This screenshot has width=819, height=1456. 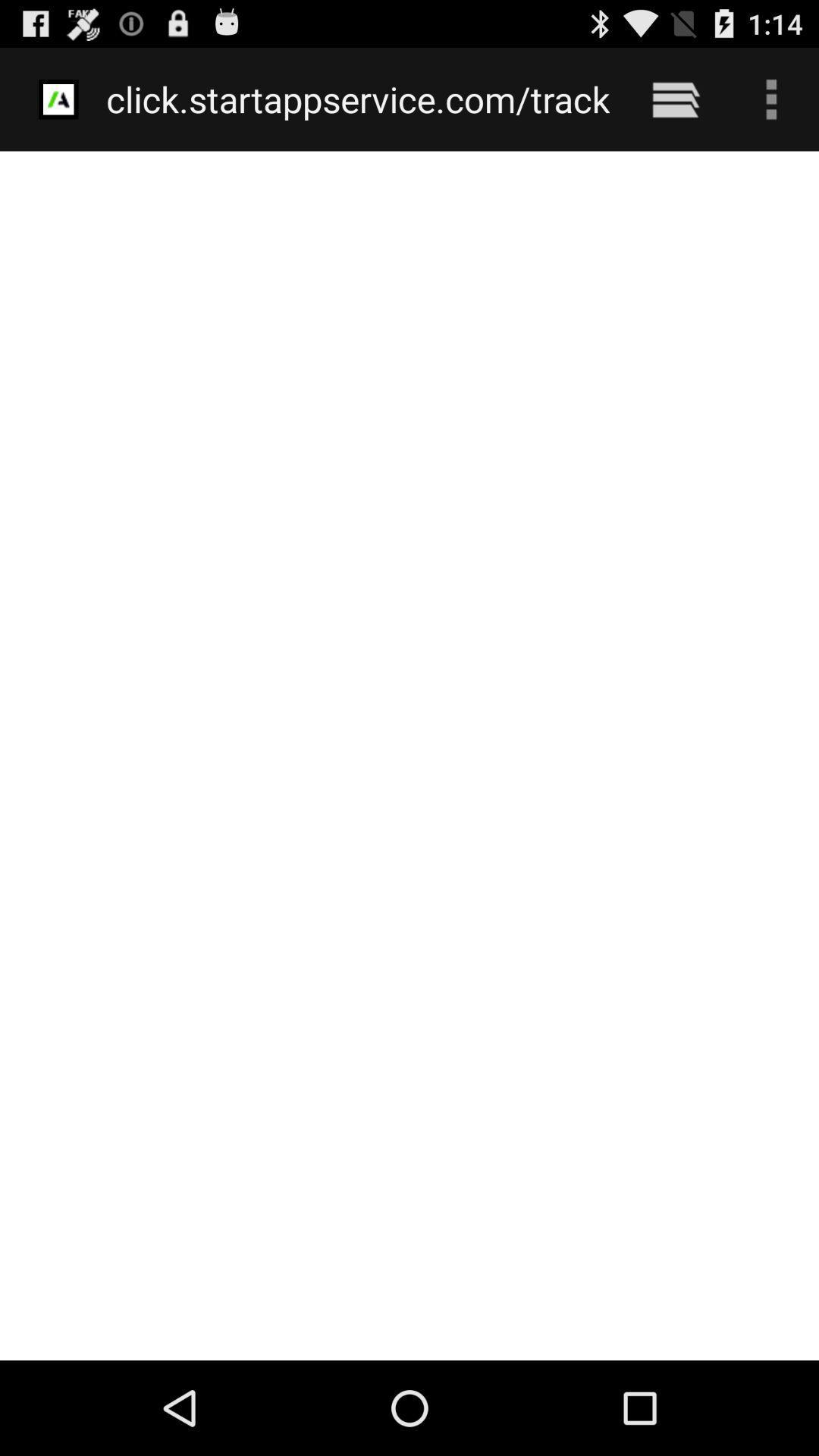 What do you see at coordinates (675, 99) in the screenshot?
I see `icon to the right of the click startappservice com item` at bounding box center [675, 99].